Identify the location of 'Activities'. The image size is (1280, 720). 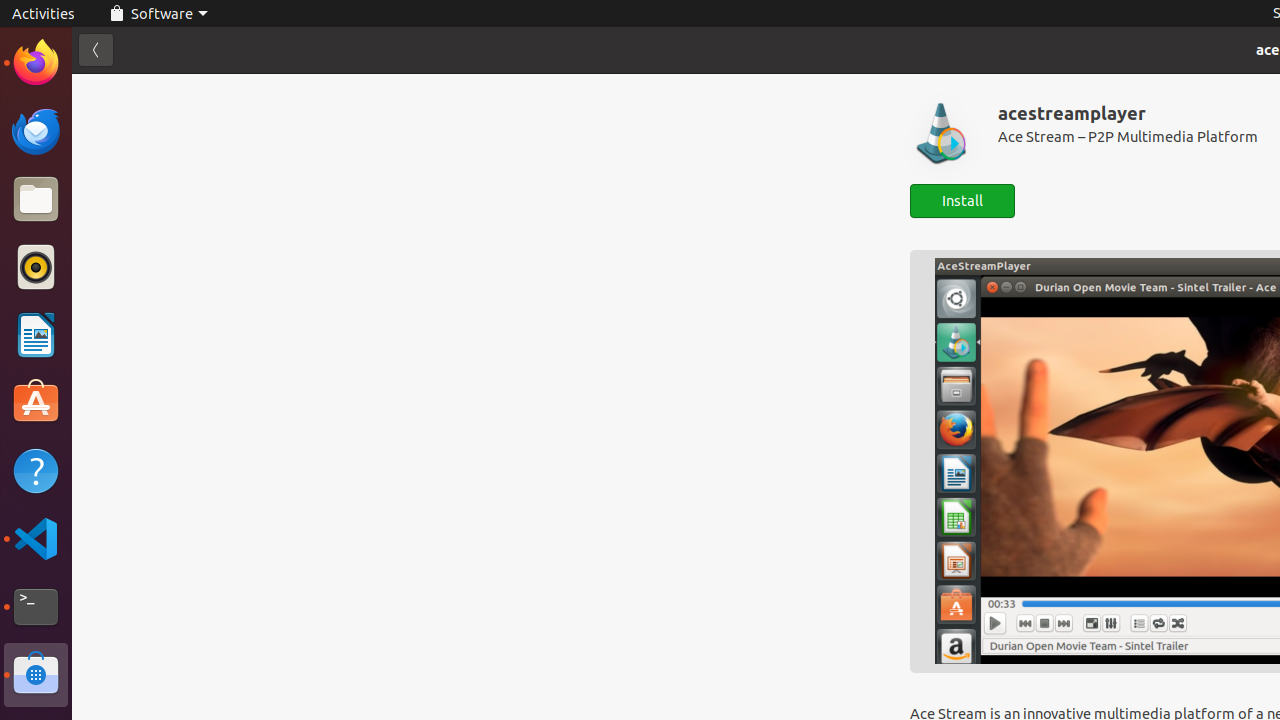
(43, 13).